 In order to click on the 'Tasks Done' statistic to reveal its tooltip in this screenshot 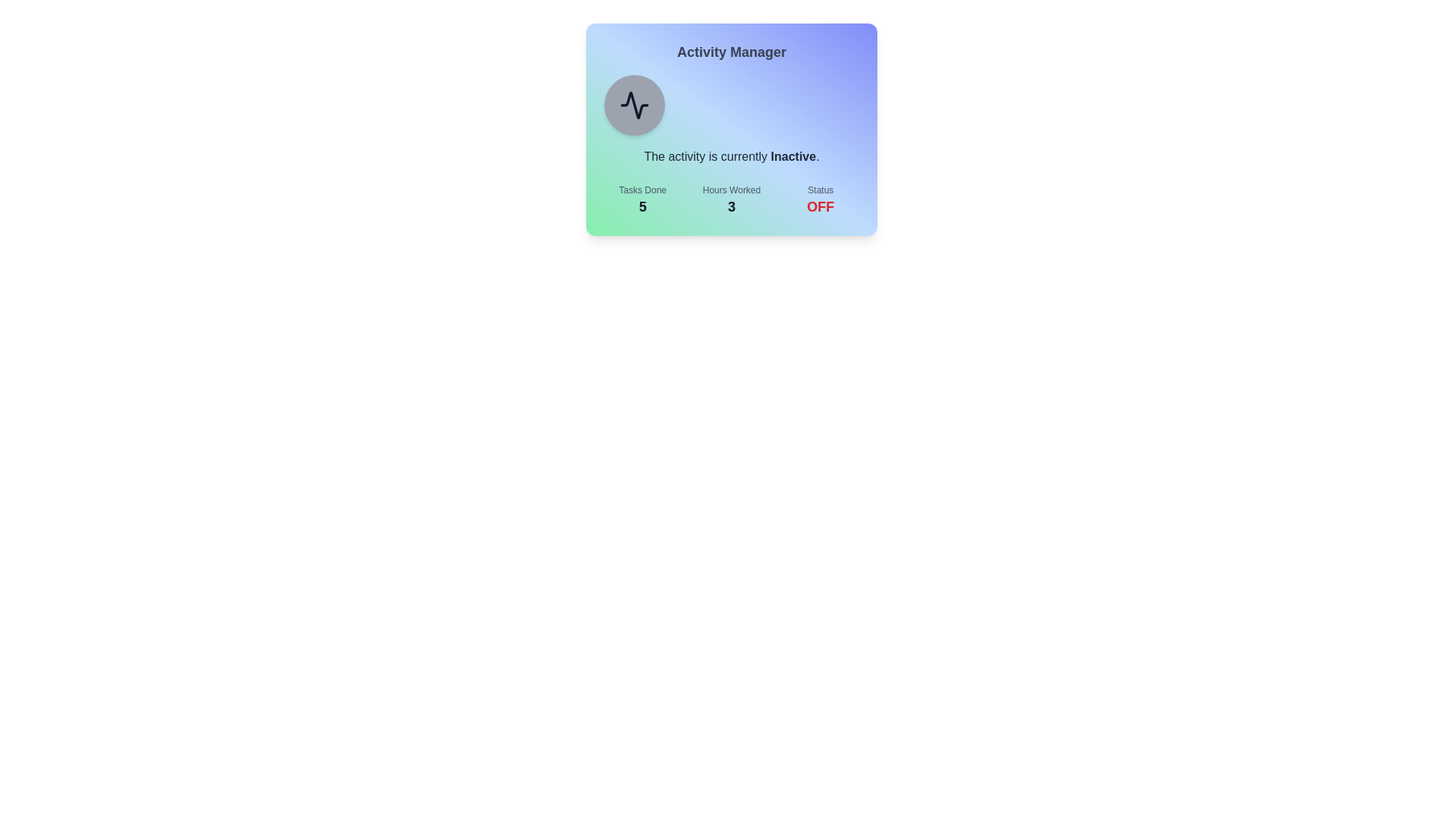, I will do `click(642, 200)`.